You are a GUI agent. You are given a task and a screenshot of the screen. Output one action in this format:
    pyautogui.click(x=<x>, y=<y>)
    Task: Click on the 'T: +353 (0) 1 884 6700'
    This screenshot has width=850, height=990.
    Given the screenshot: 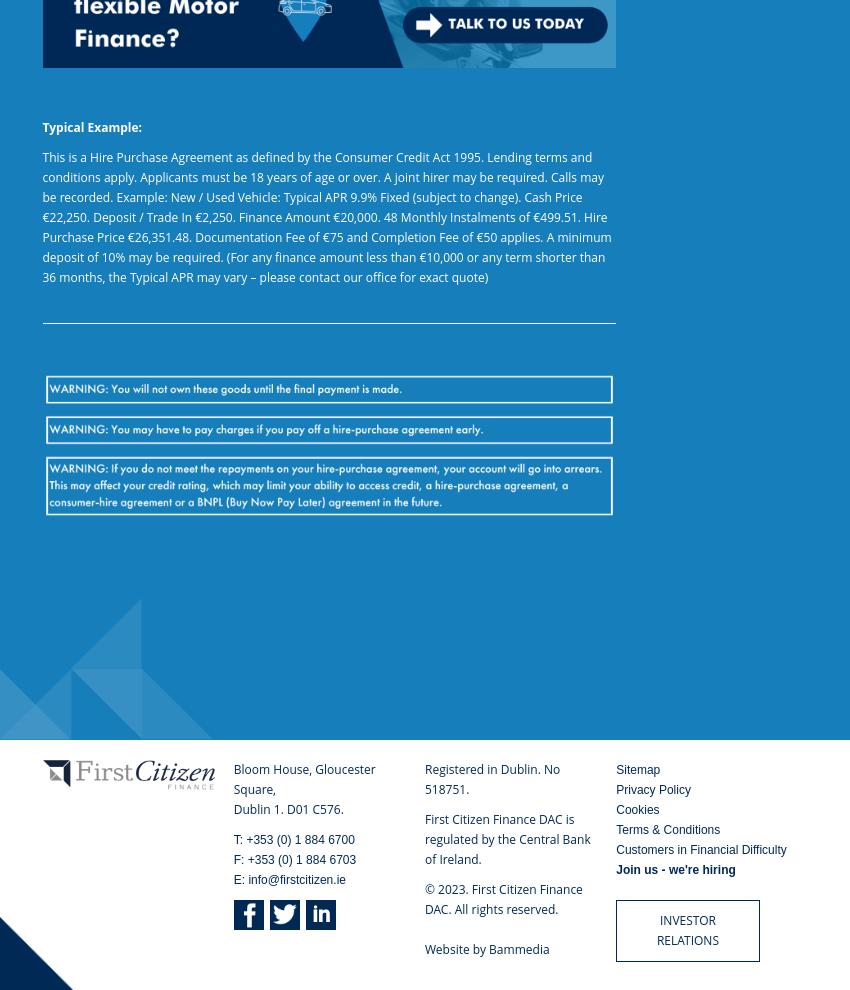 What is the action you would take?
    pyautogui.click(x=292, y=839)
    